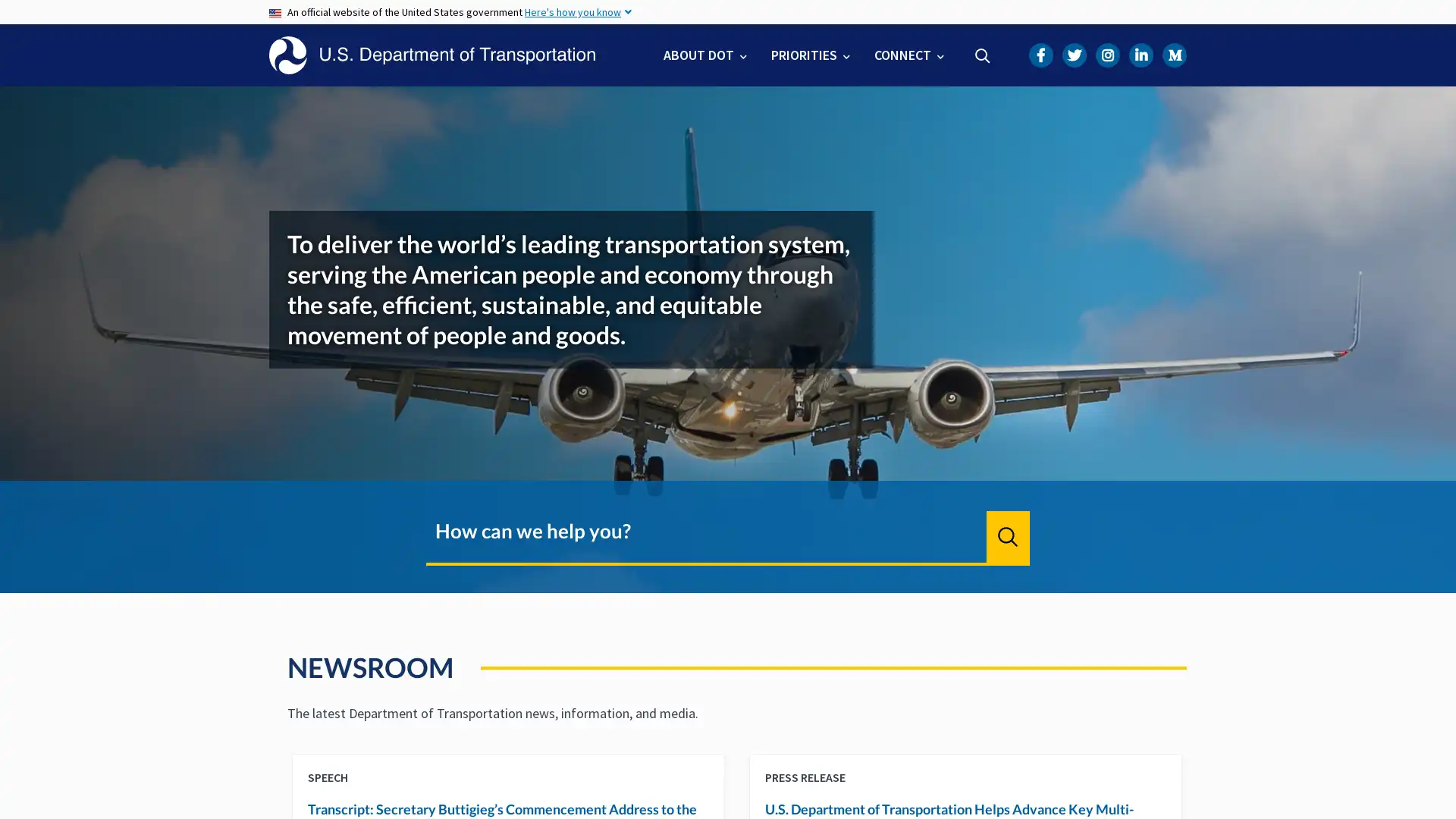 This screenshot has height=819, width=1456. I want to click on Search, so click(983, 55).